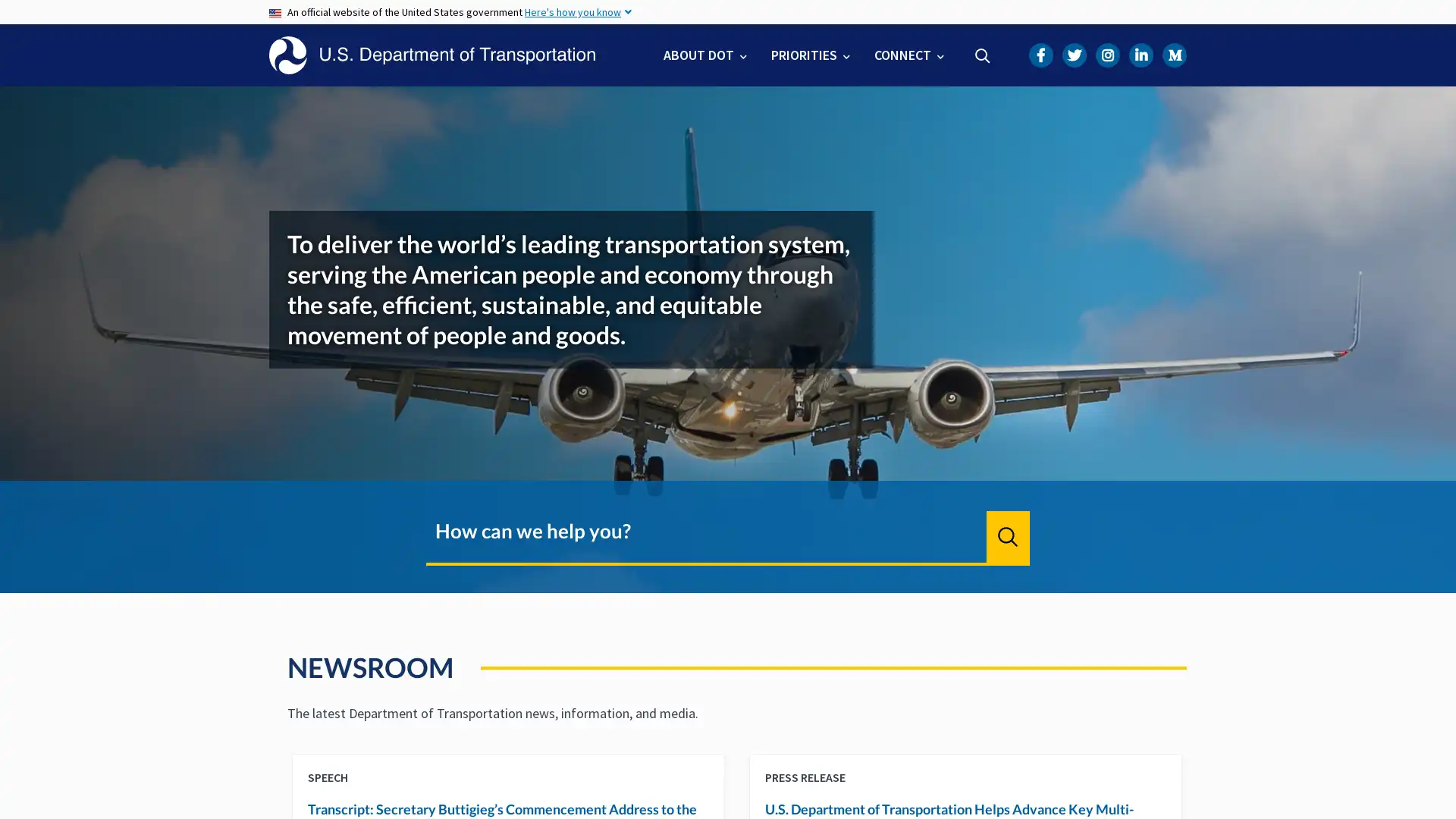 This screenshot has height=819, width=1456. I want to click on Search, so click(983, 55).